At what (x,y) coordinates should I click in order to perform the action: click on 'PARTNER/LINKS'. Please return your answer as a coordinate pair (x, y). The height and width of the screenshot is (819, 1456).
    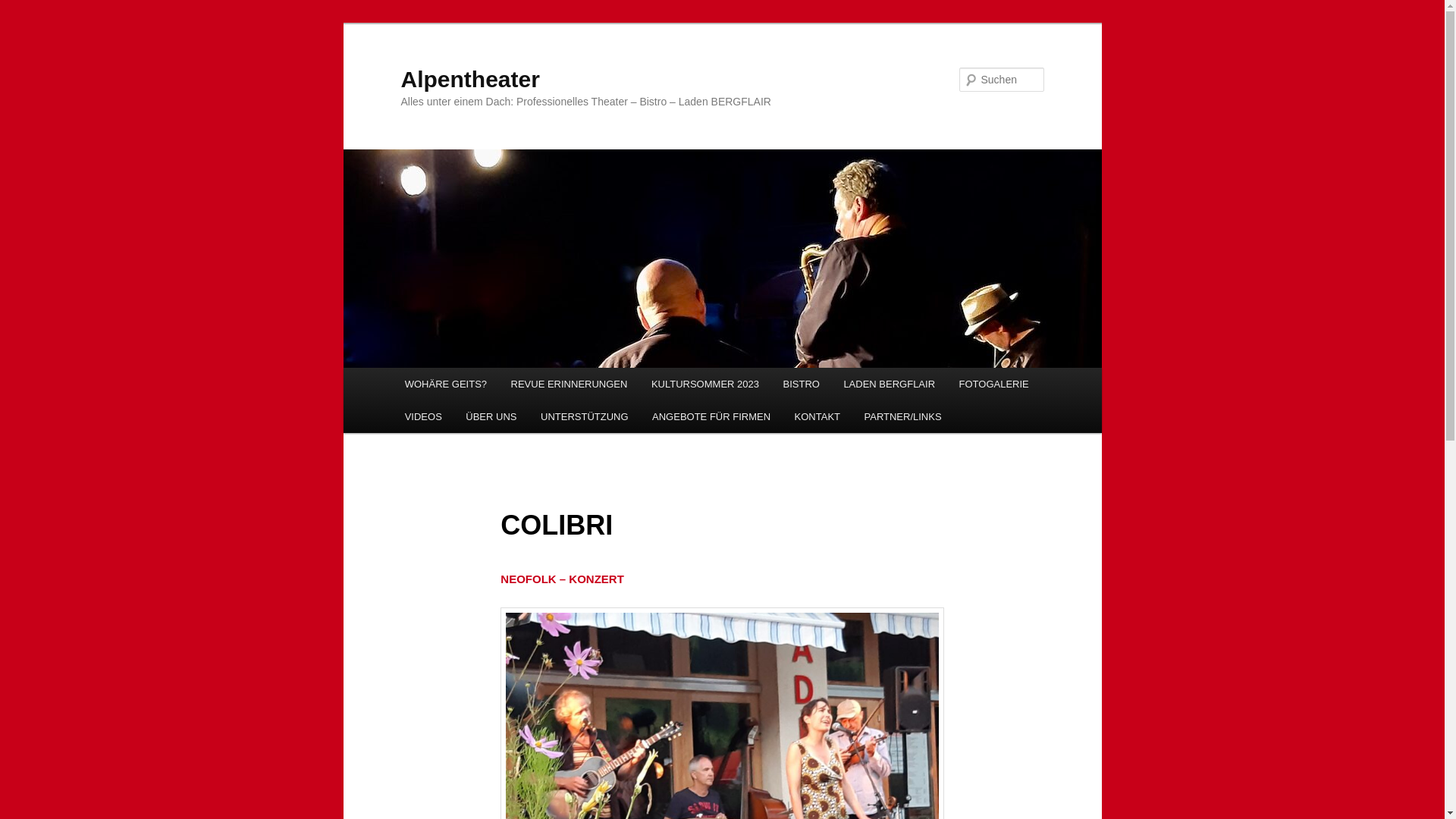
    Looking at the image, I should click on (902, 416).